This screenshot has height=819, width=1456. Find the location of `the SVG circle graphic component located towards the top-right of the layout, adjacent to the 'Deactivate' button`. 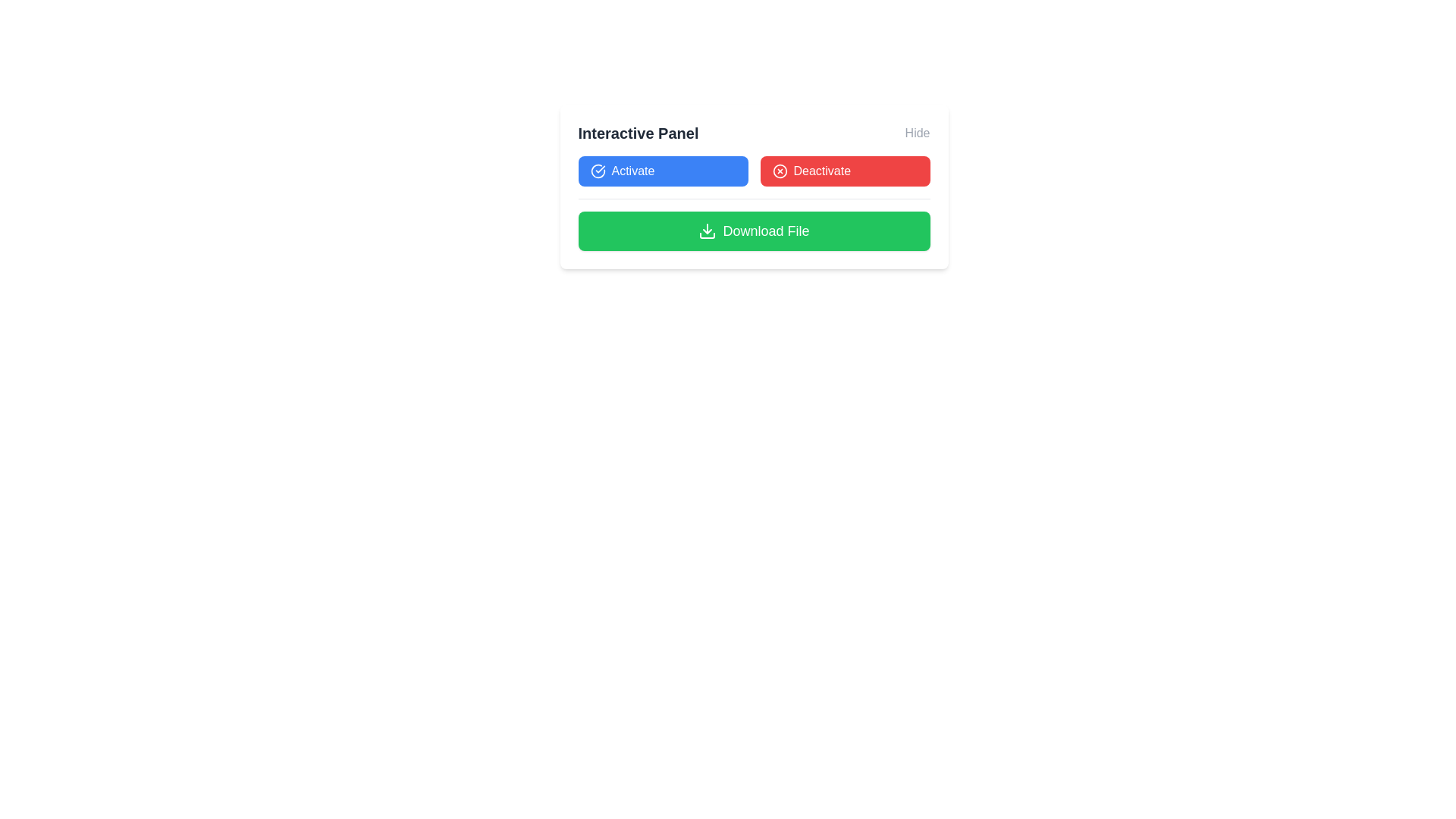

the SVG circle graphic component located towards the top-right of the layout, adjacent to the 'Deactivate' button is located at coordinates (780, 171).